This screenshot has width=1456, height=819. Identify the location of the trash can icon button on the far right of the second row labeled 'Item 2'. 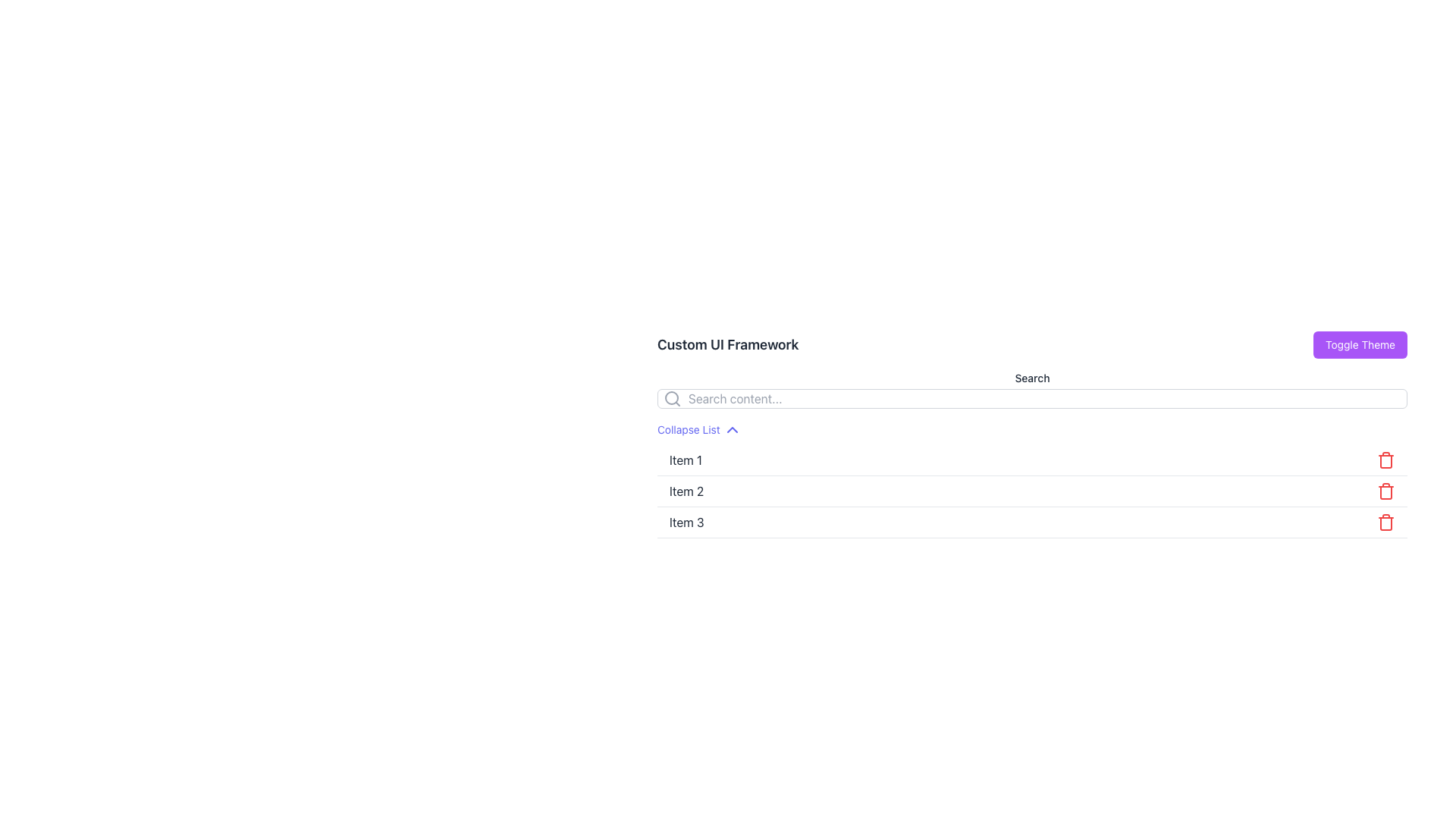
(1386, 491).